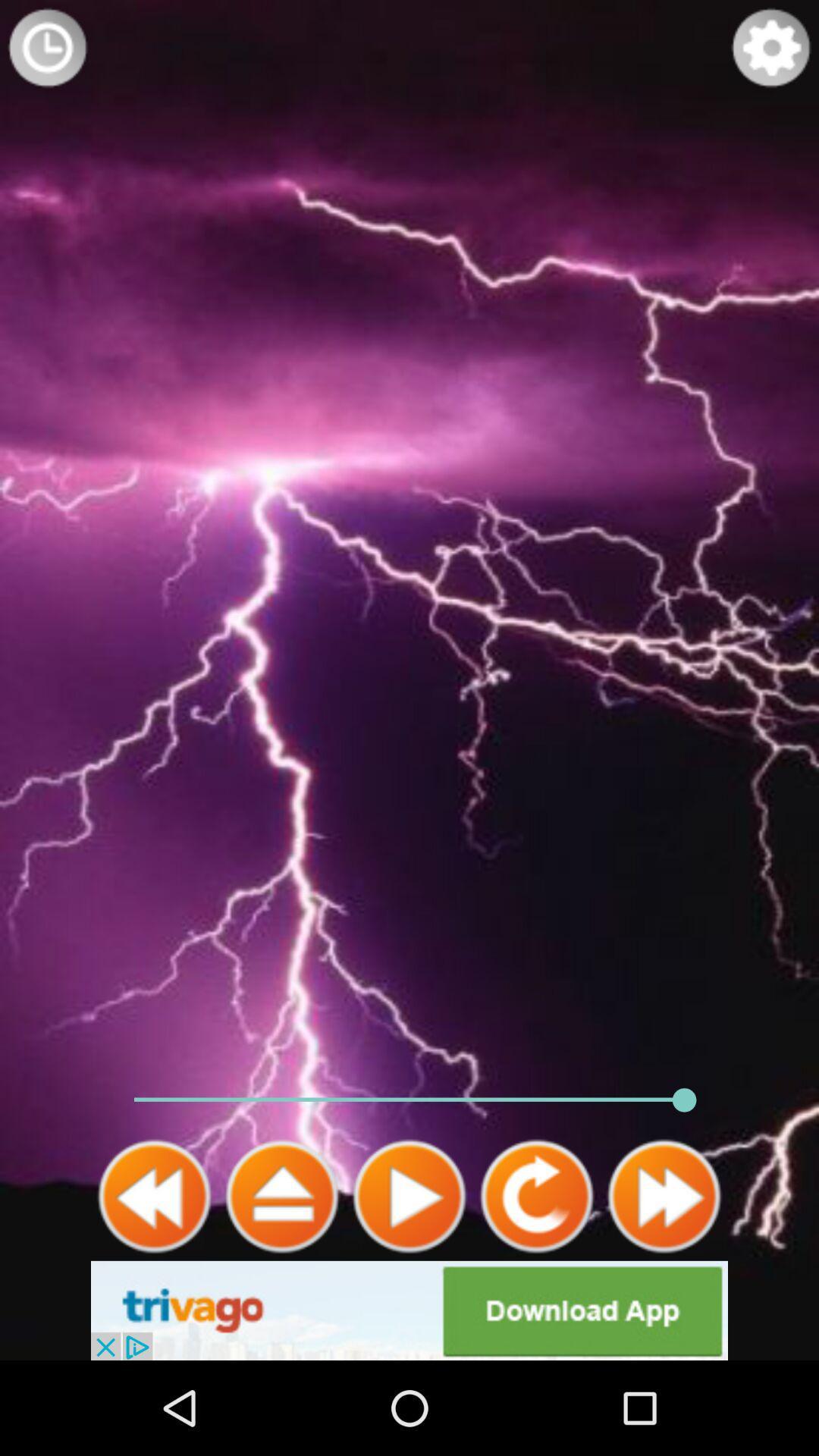 The image size is (819, 1456). I want to click on time display, so click(46, 47).